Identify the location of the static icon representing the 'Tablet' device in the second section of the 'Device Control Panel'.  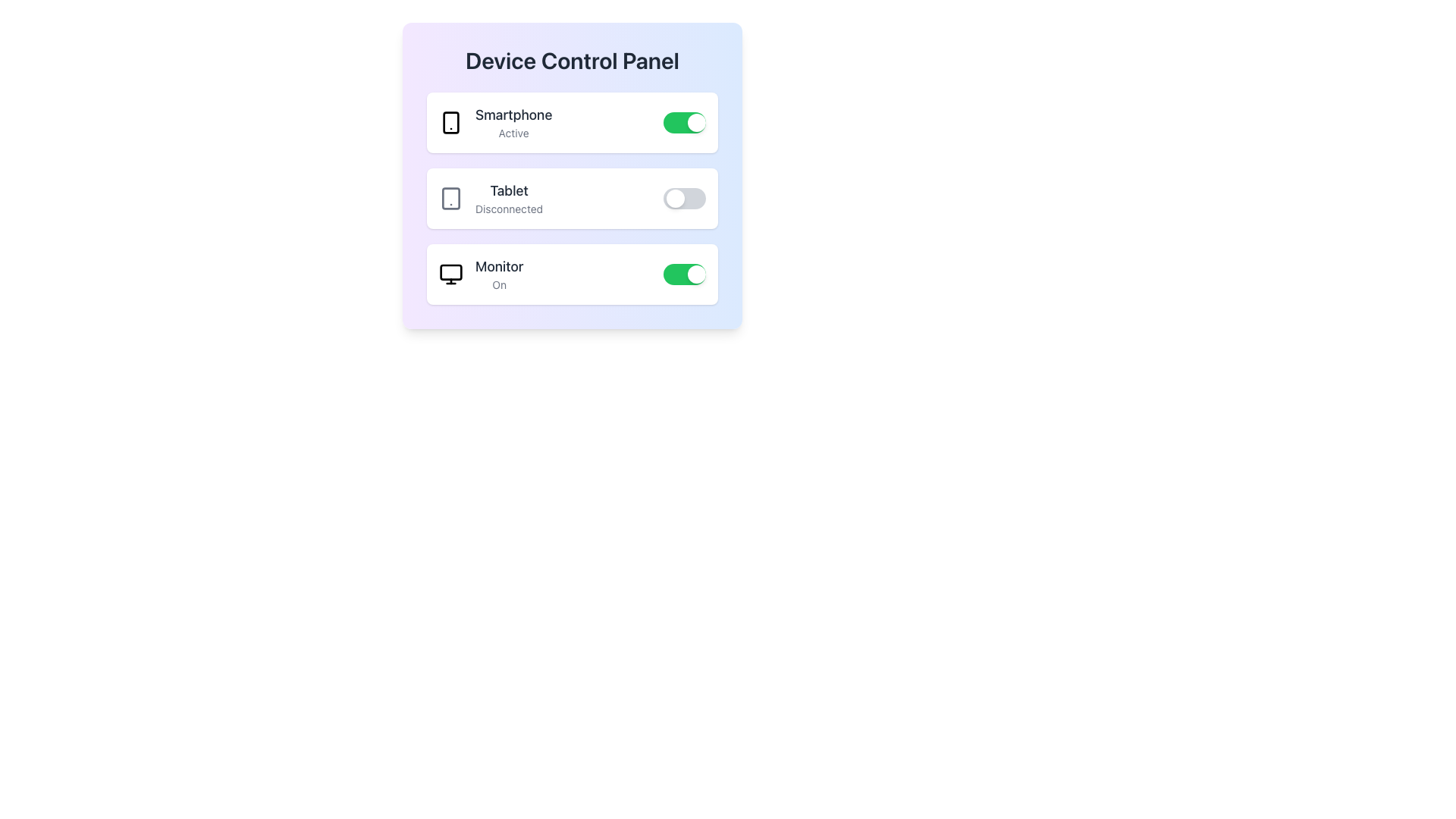
(450, 198).